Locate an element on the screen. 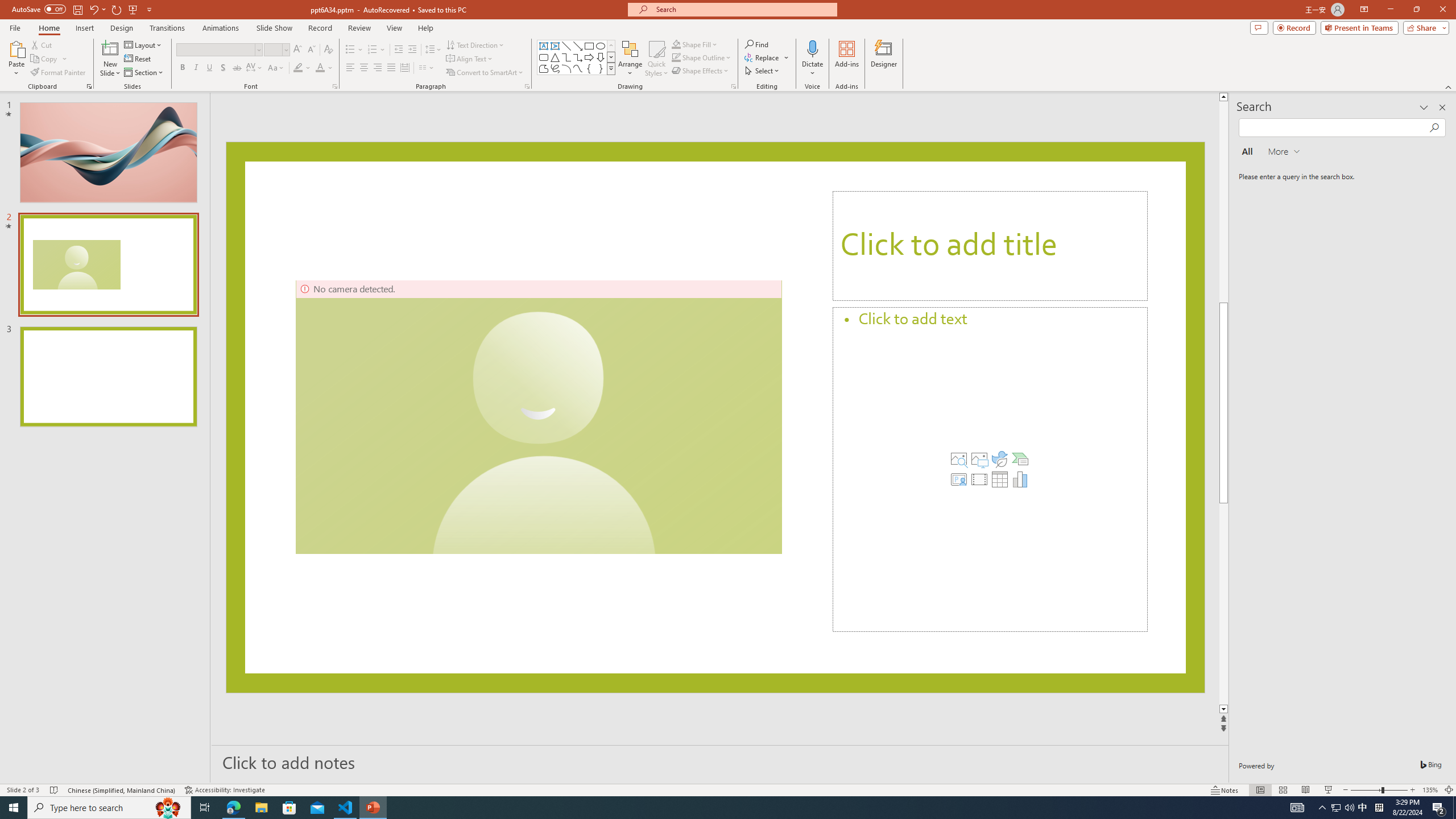  'Transitions' is located at coordinates (167, 28).